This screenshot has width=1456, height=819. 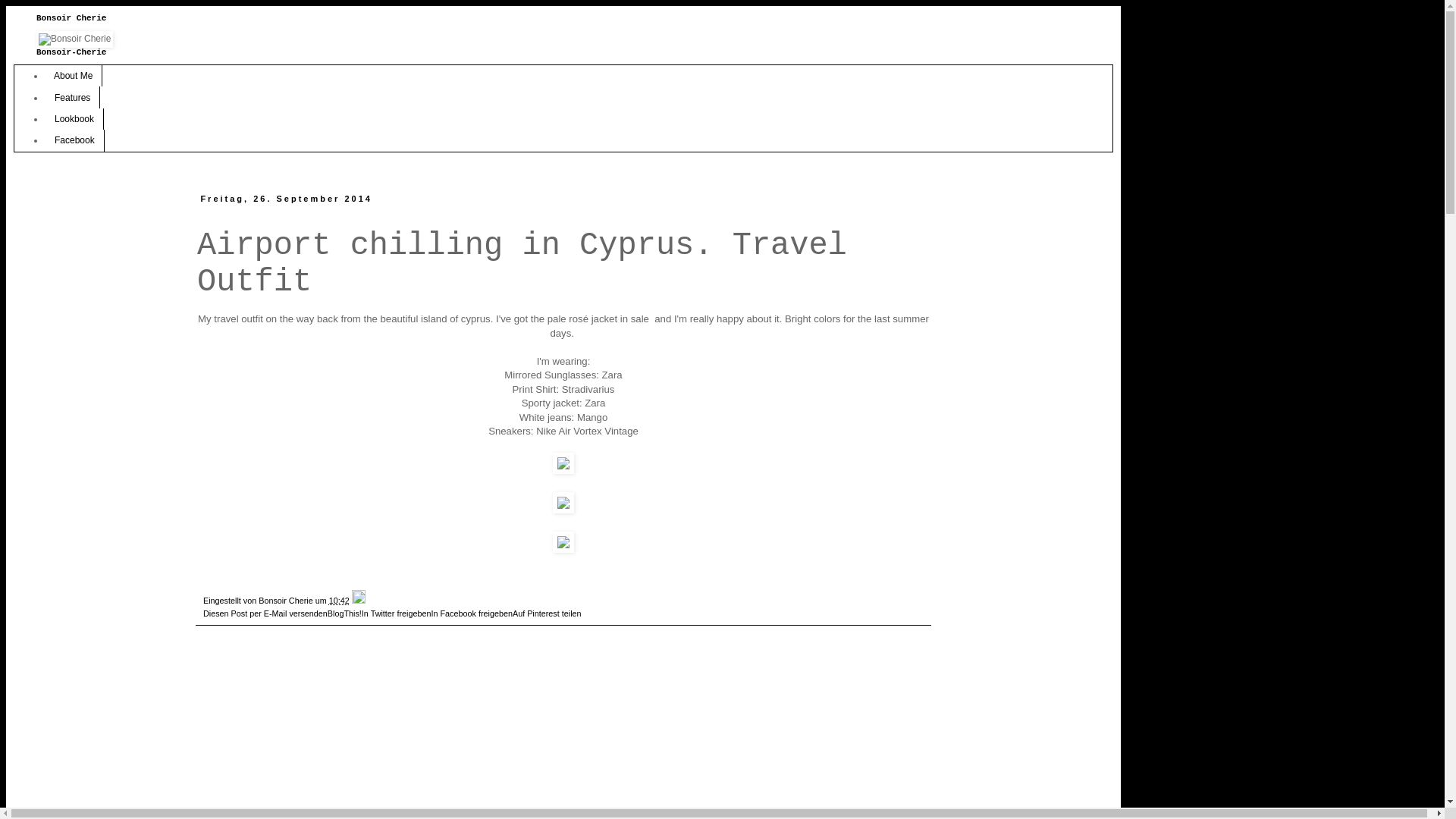 I want to click on 'In Twitter freigeben', so click(x=397, y=613).